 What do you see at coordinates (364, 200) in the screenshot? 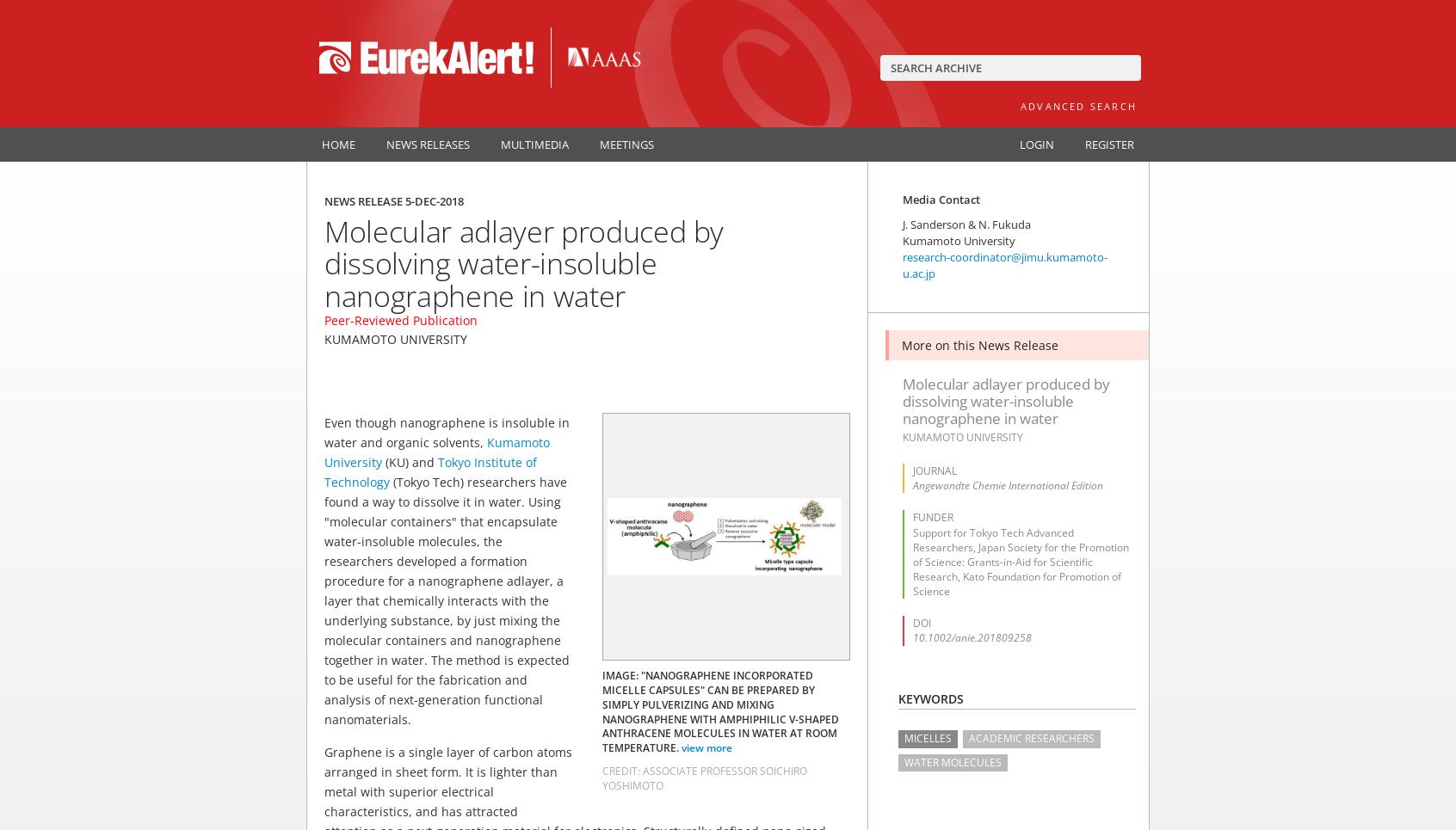
I see `'News Release'` at bounding box center [364, 200].